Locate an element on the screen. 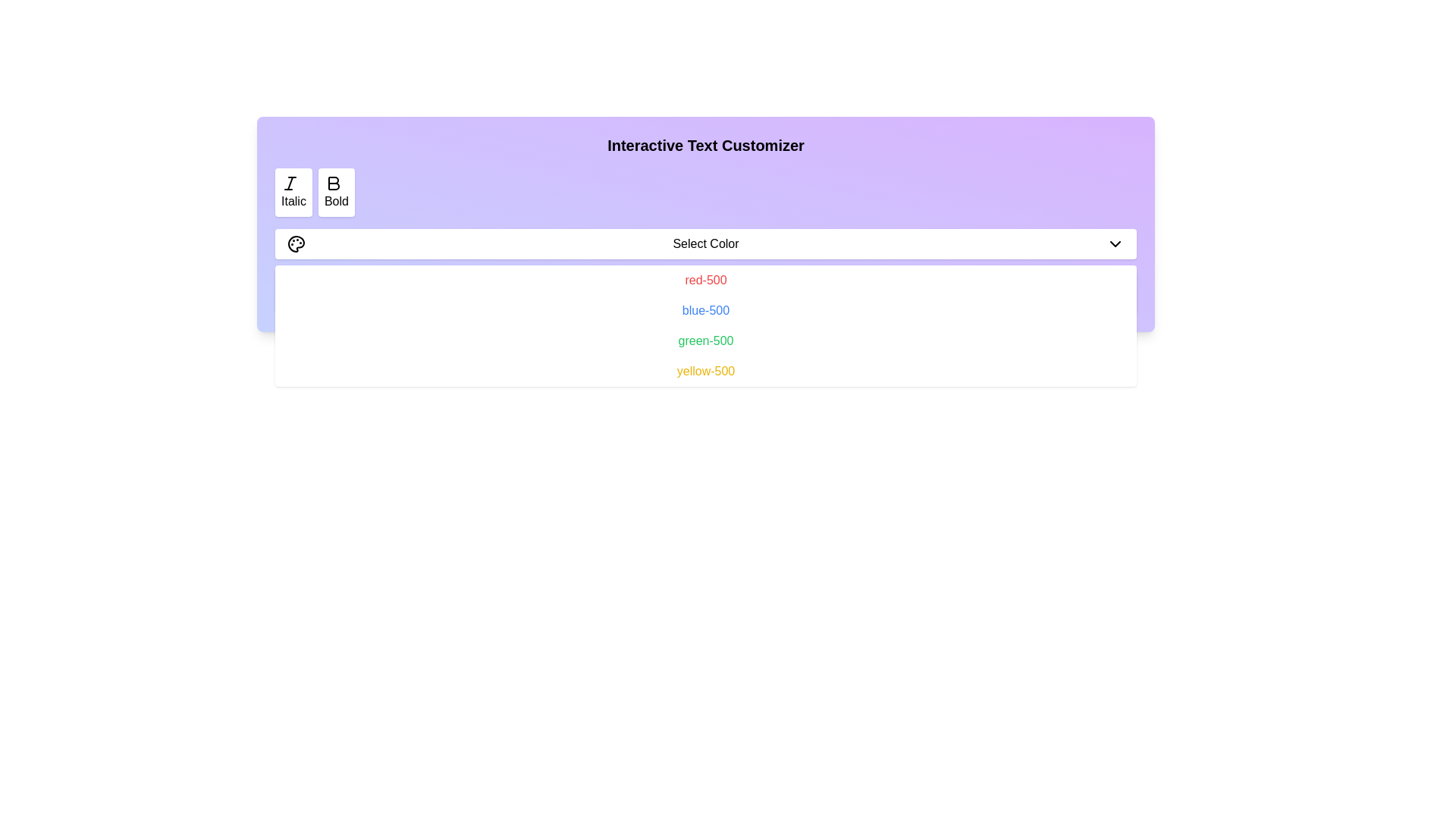 Image resolution: width=1456 pixels, height=819 pixels. the rectangular button with rounded corners labeled 'Italic' is located at coordinates (293, 192).